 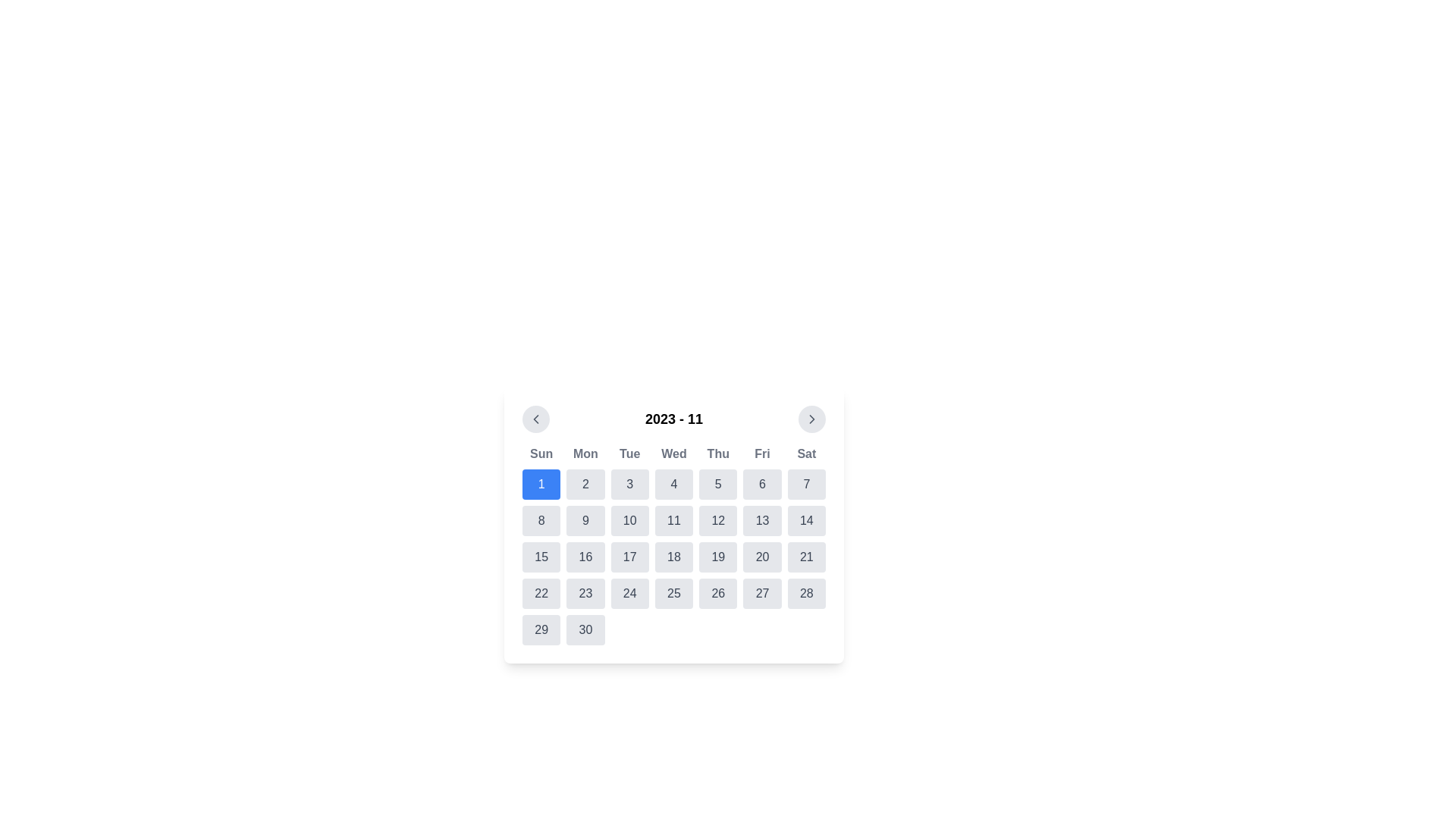 I want to click on the calendar day button displaying the number '5', so click(x=717, y=485).